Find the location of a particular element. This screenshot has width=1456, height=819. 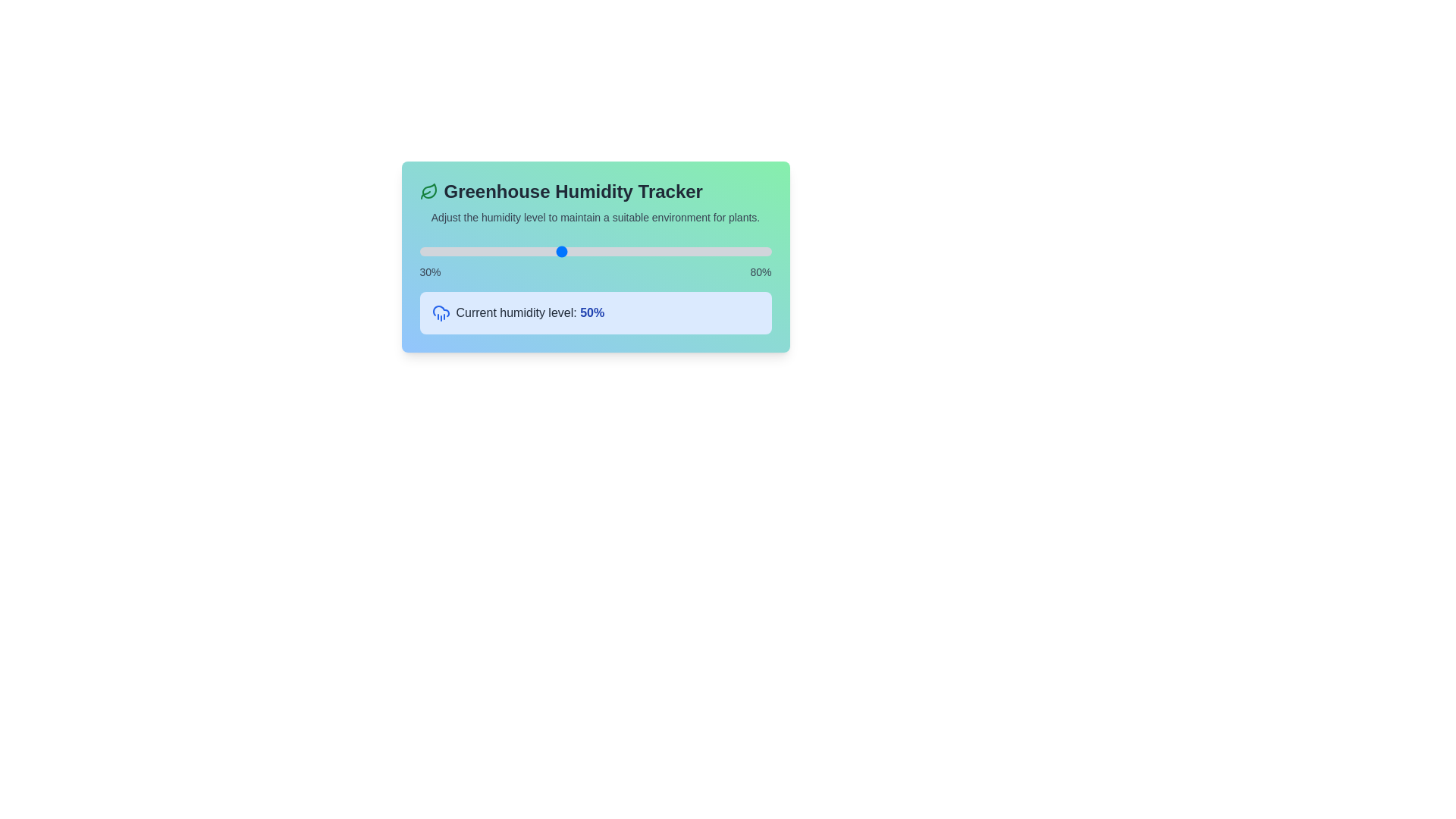

the humidity level to 30% using the slider is located at coordinates (419, 250).